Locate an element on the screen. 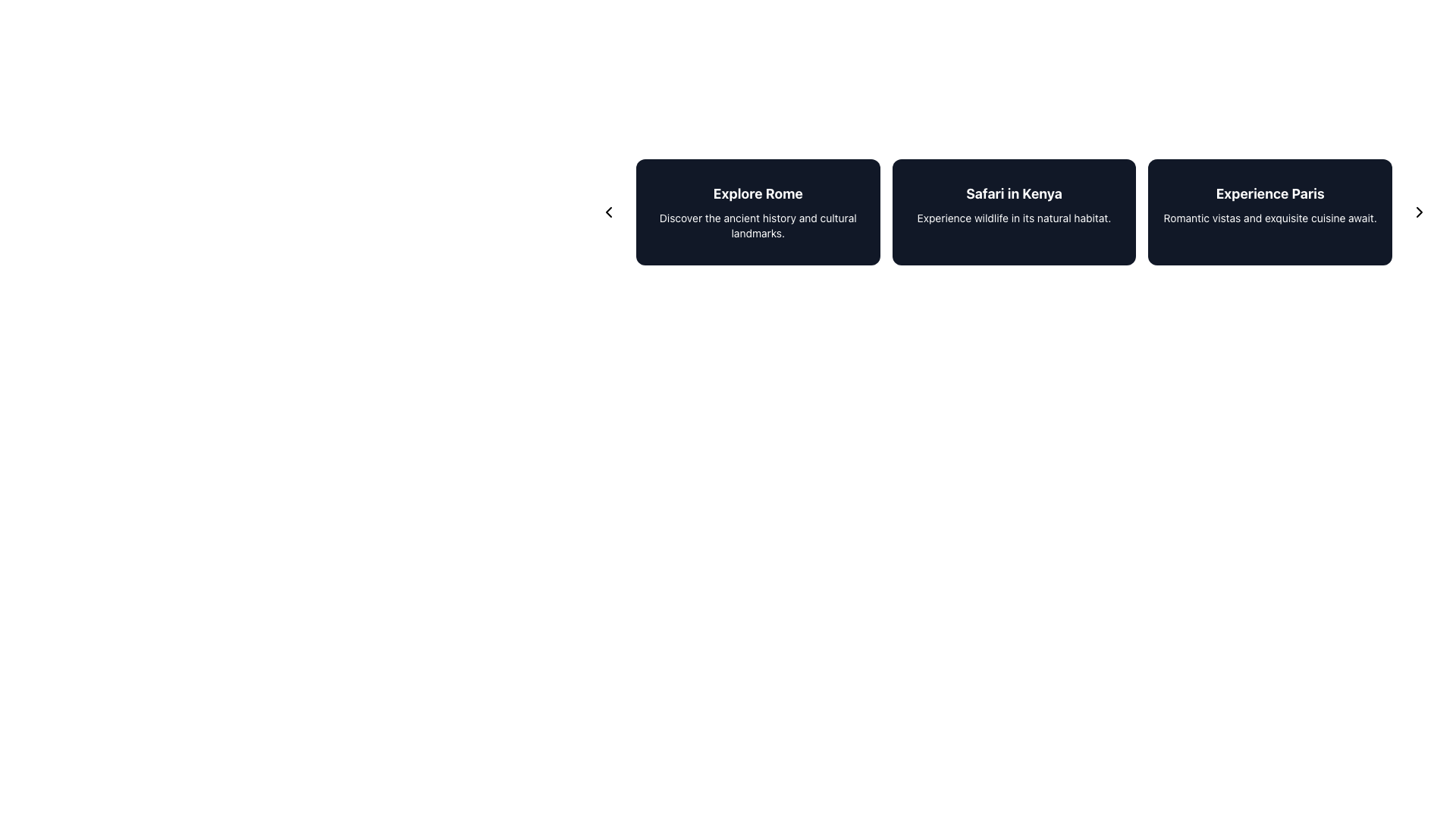  the small, rounded rectangle navigation button with a left-pointing arrow icon, located to the left of the descriptive cards to change its background color is located at coordinates (608, 212).